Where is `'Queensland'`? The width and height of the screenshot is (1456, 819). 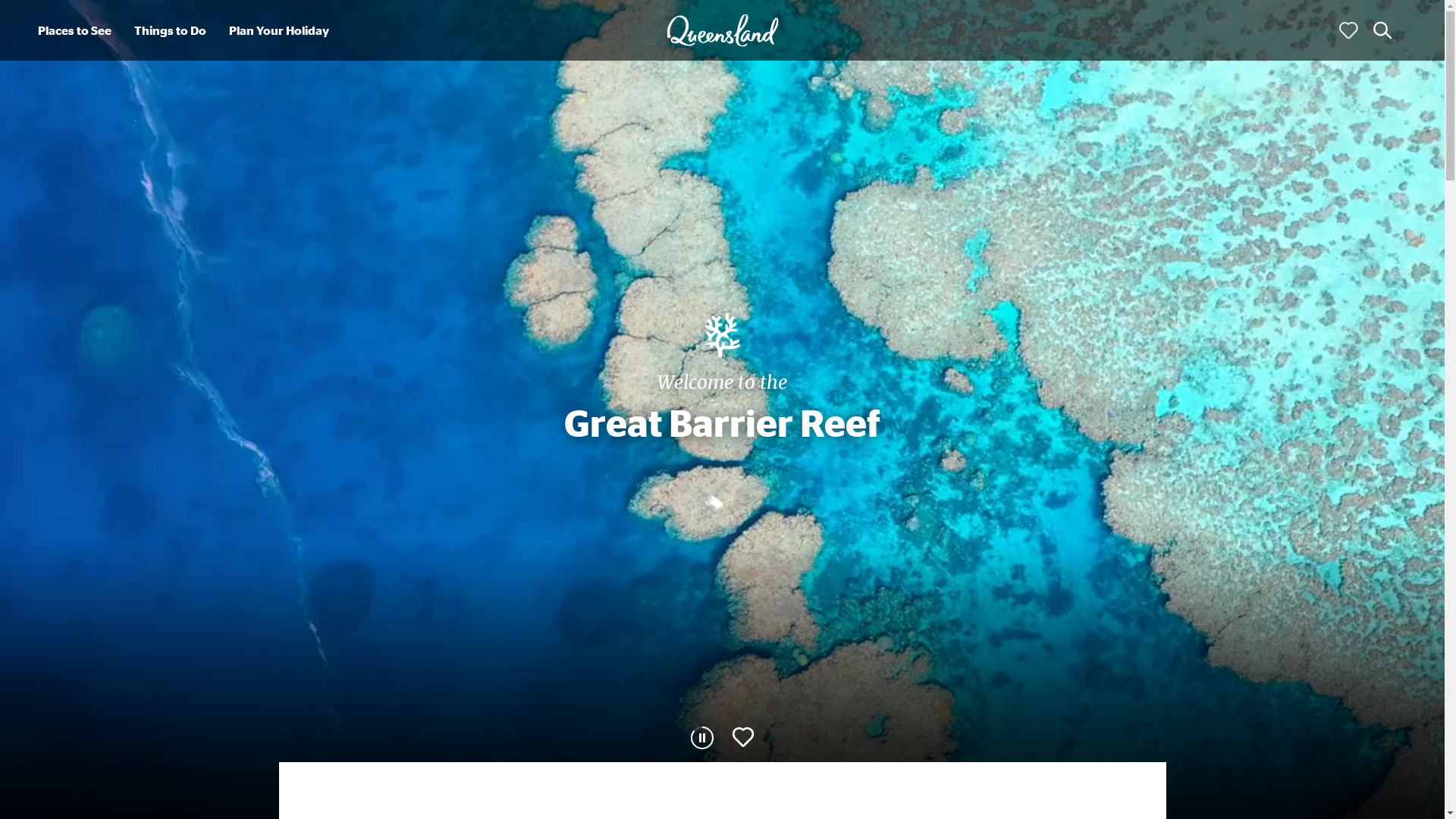 'Queensland' is located at coordinates (721, 30).